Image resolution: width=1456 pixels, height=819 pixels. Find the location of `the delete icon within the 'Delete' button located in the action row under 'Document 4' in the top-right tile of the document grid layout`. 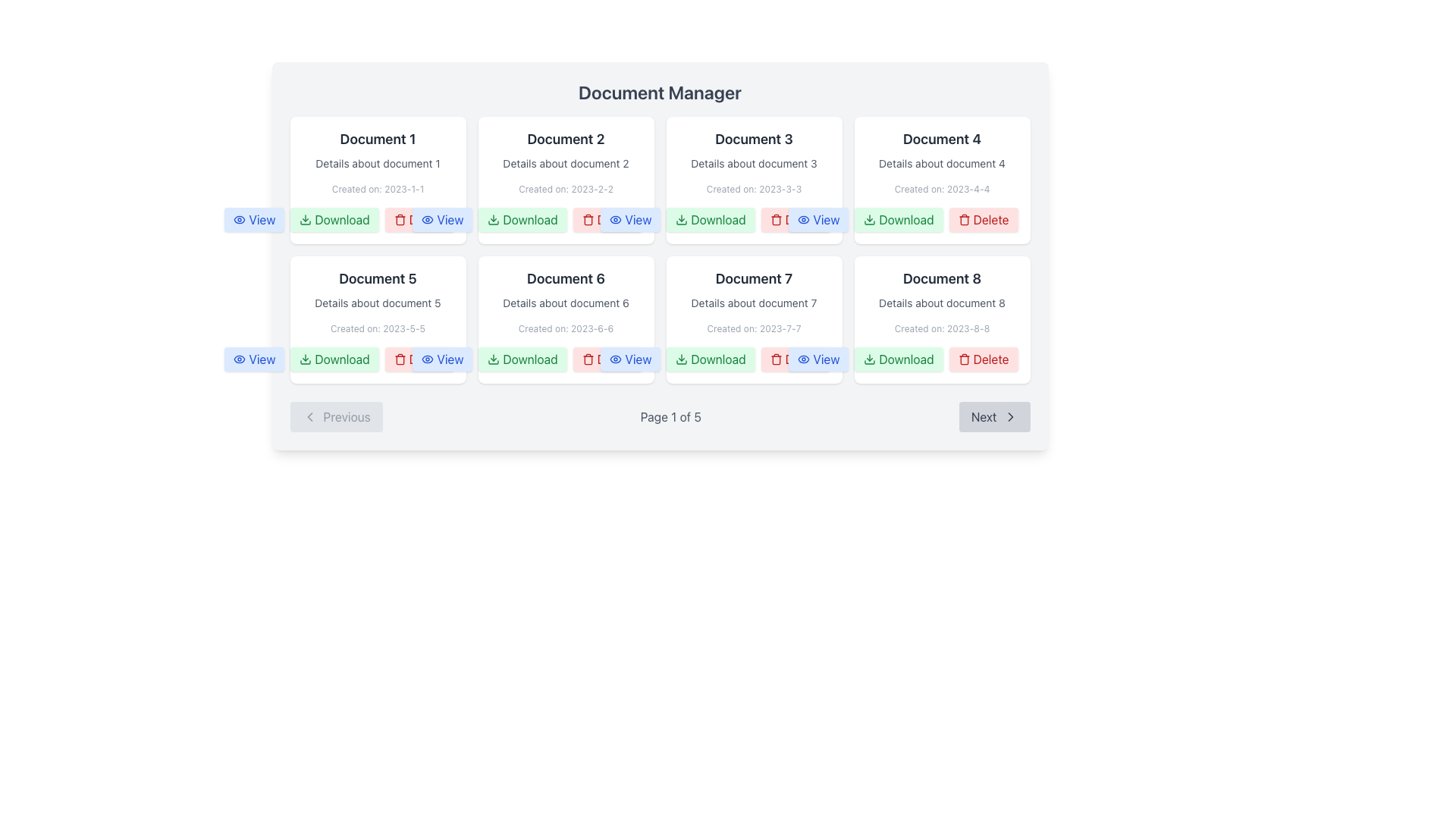

the delete icon within the 'Delete' button located in the action row under 'Document 4' in the top-right tile of the document grid layout is located at coordinates (963, 359).